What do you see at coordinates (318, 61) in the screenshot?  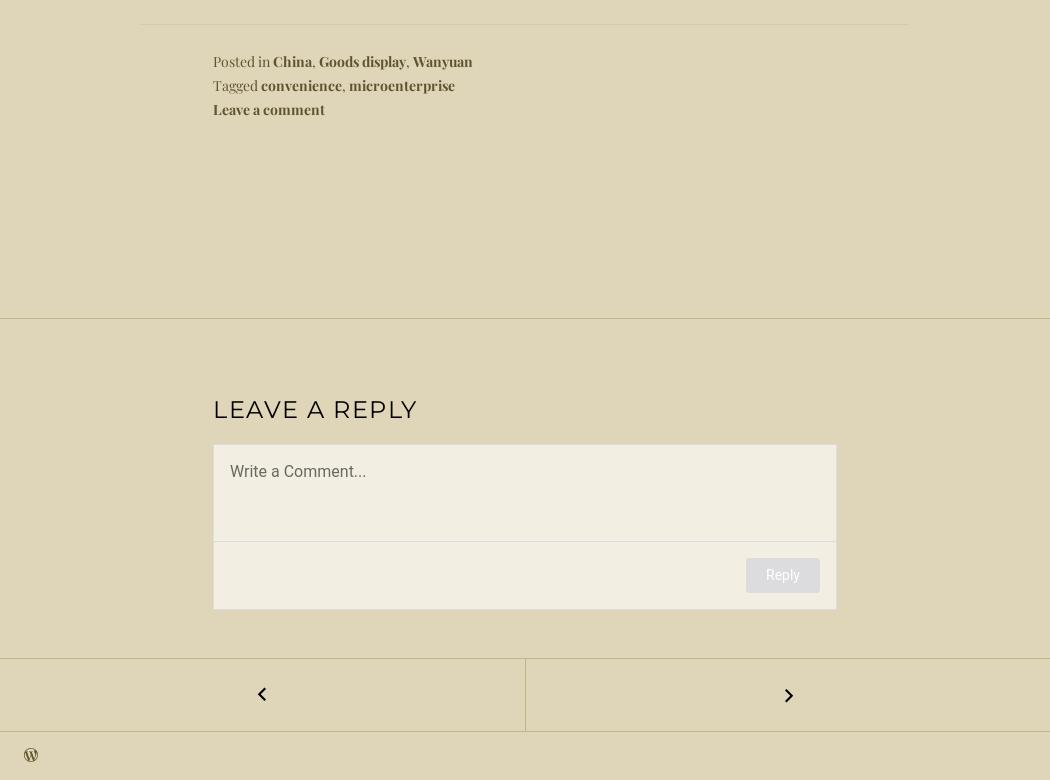 I see `'Goods display'` at bounding box center [318, 61].